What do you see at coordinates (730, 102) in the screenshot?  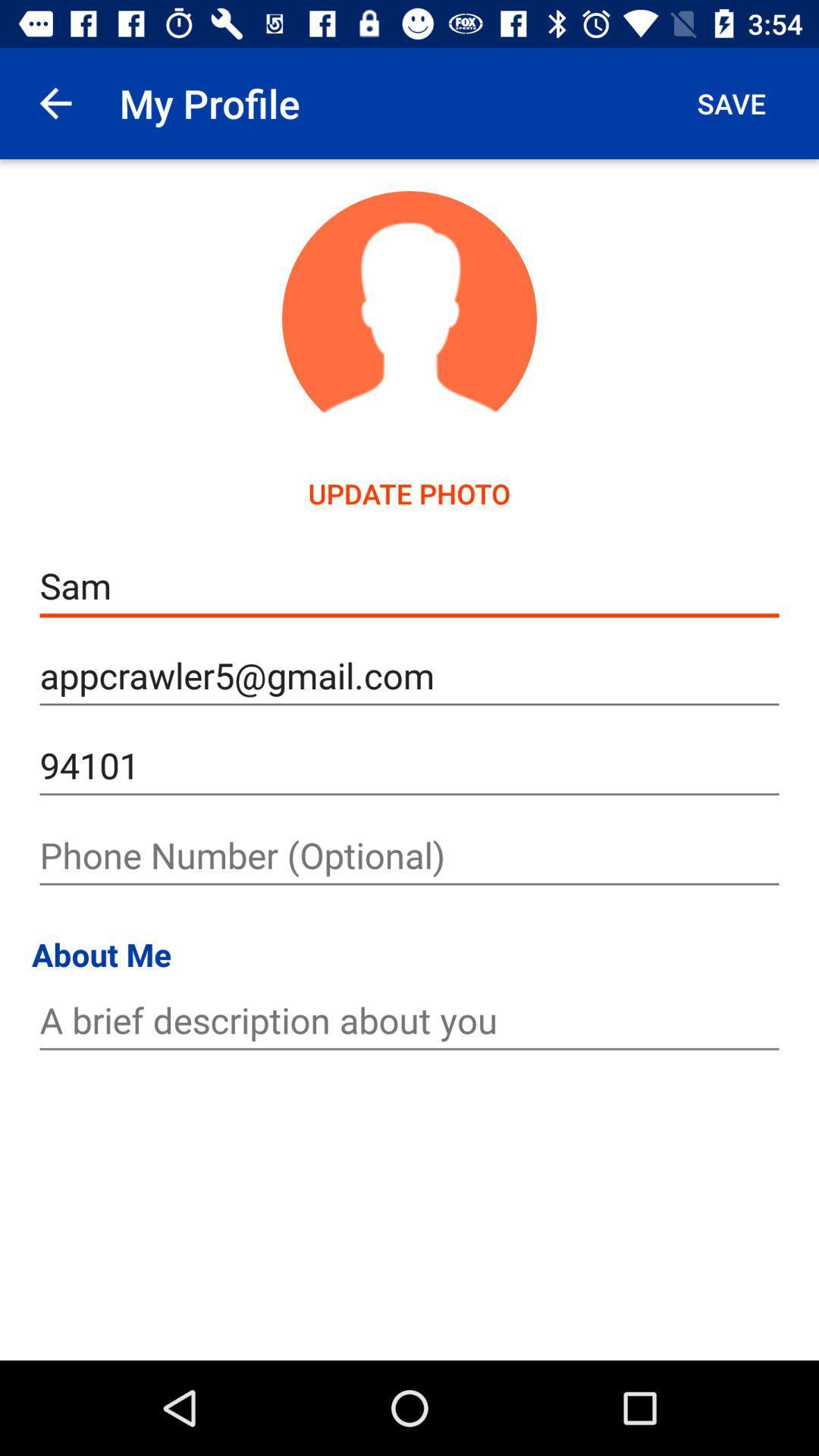 I see `icon above the sam icon` at bounding box center [730, 102].